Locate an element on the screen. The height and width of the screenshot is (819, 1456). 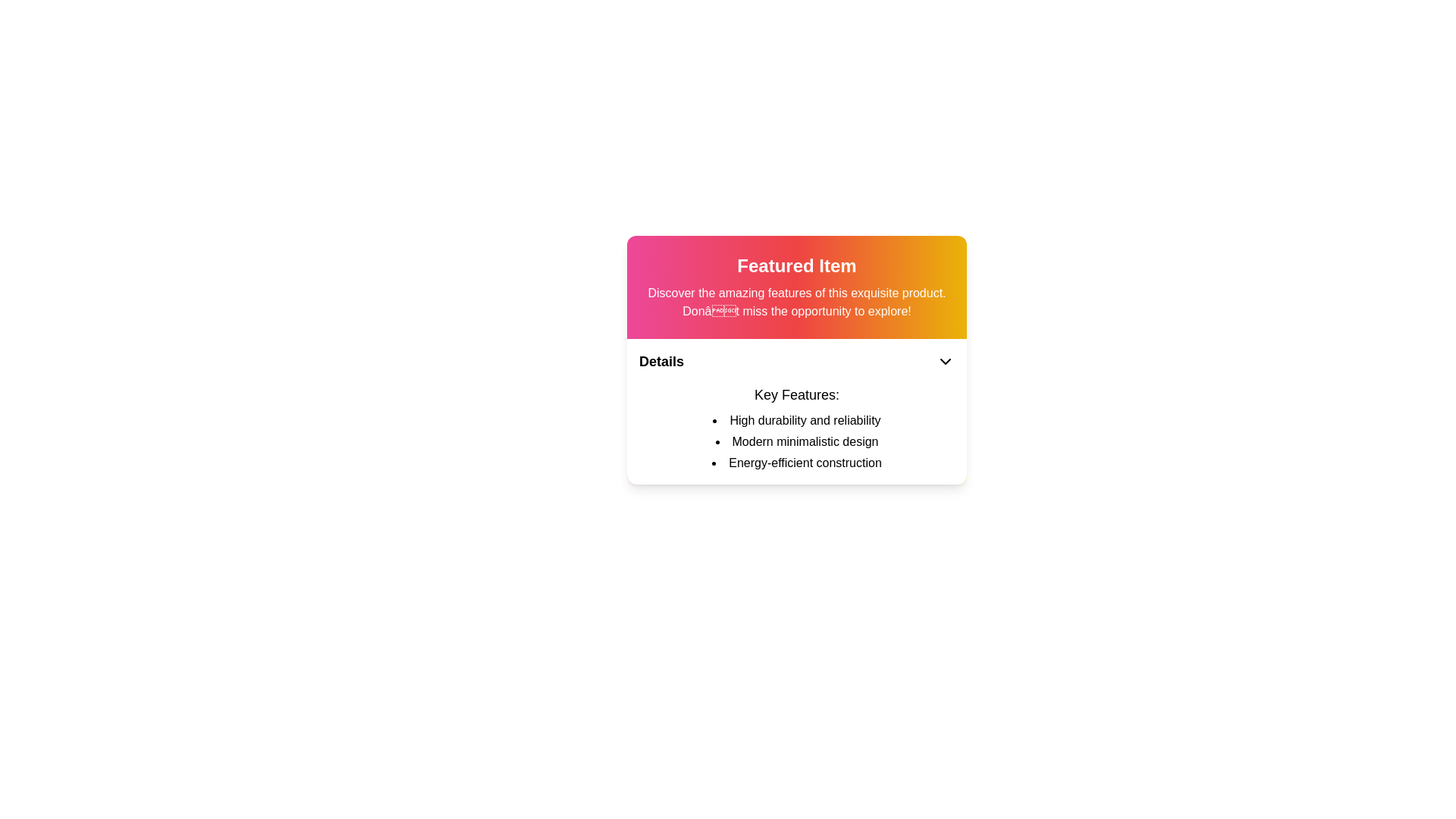
the text element that highlights 'Modern minimalistic design' in the bulleted list of key features under the 'Featured Item' section is located at coordinates (796, 441).